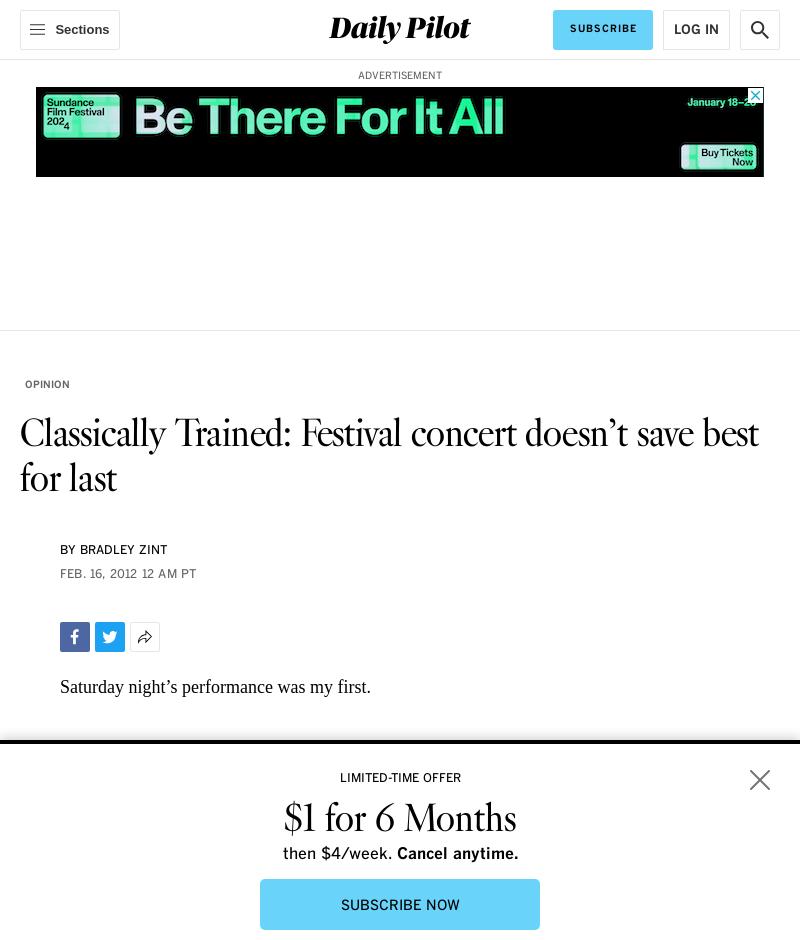  What do you see at coordinates (140, 574) in the screenshot?
I see `'12 AM PT'` at bounding box center [140, 574].